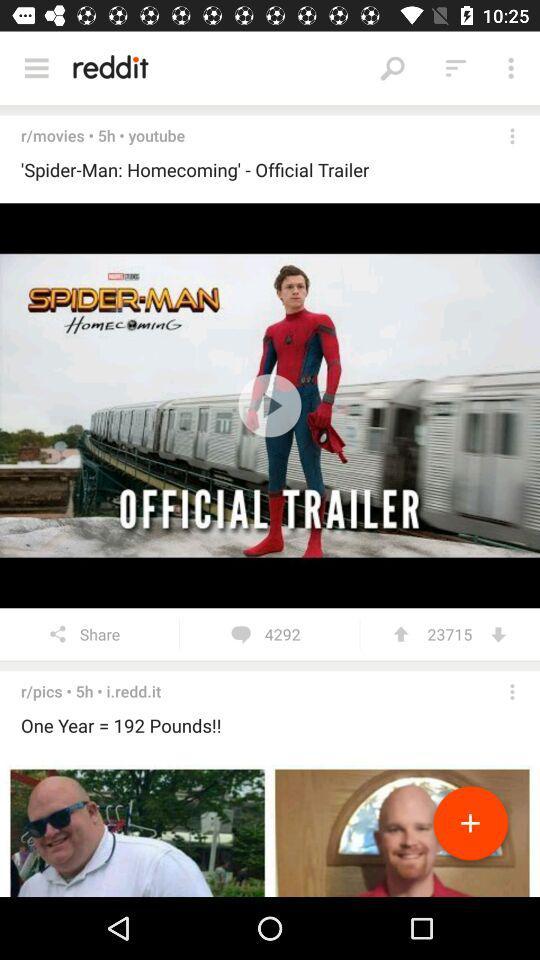 The height and width of the screenshot is (960, 540). What do you see at coordinates (36, 68) in the screenshot?
I see `show menu` at bounding box center [36, 68].